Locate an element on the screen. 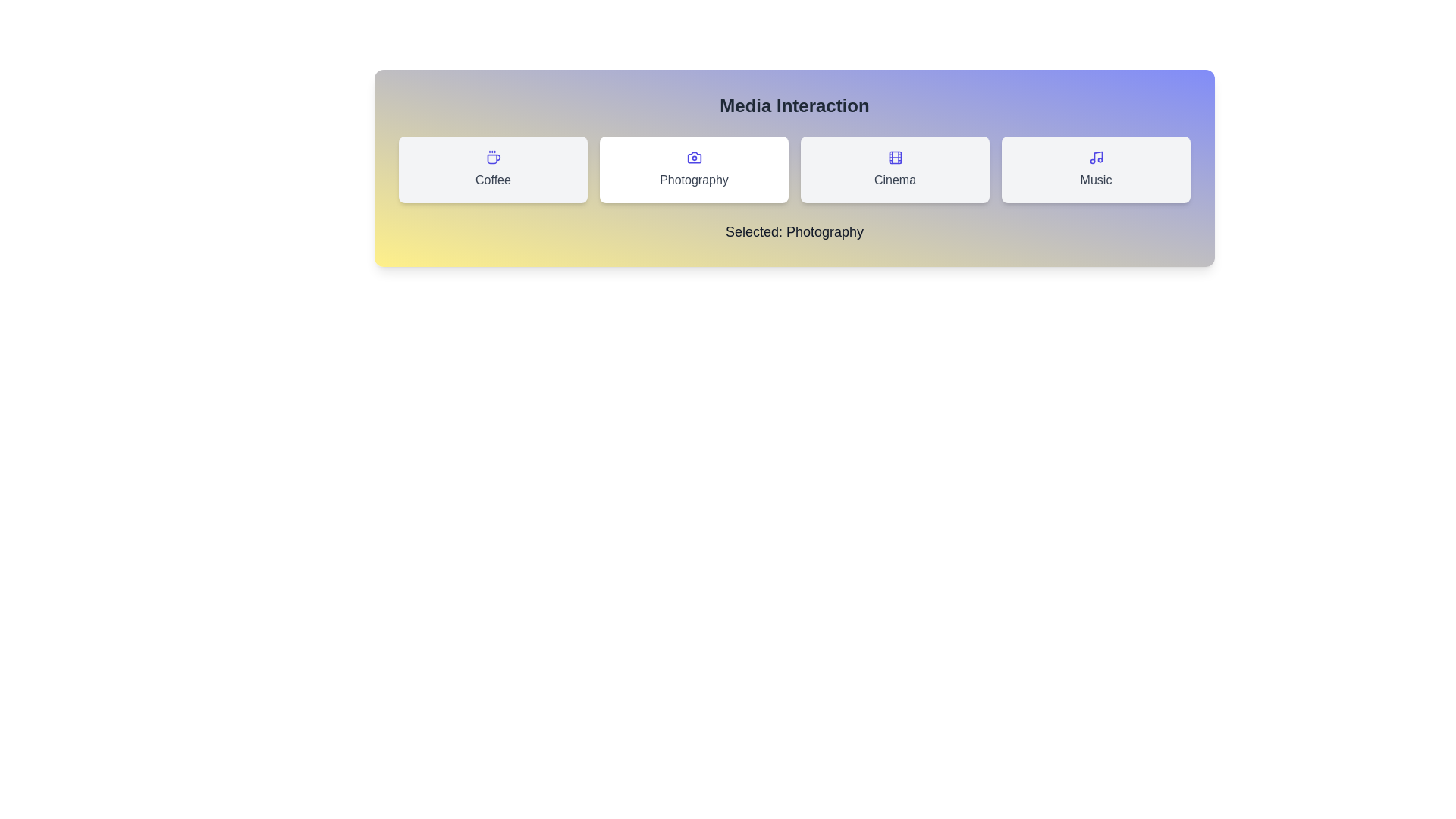  the Iconography component of the Cinema option in the Media Interaction menu, which is represented as a rectangular shape with rounded corners within a film reel illustration is located at coordinates (895, 158).